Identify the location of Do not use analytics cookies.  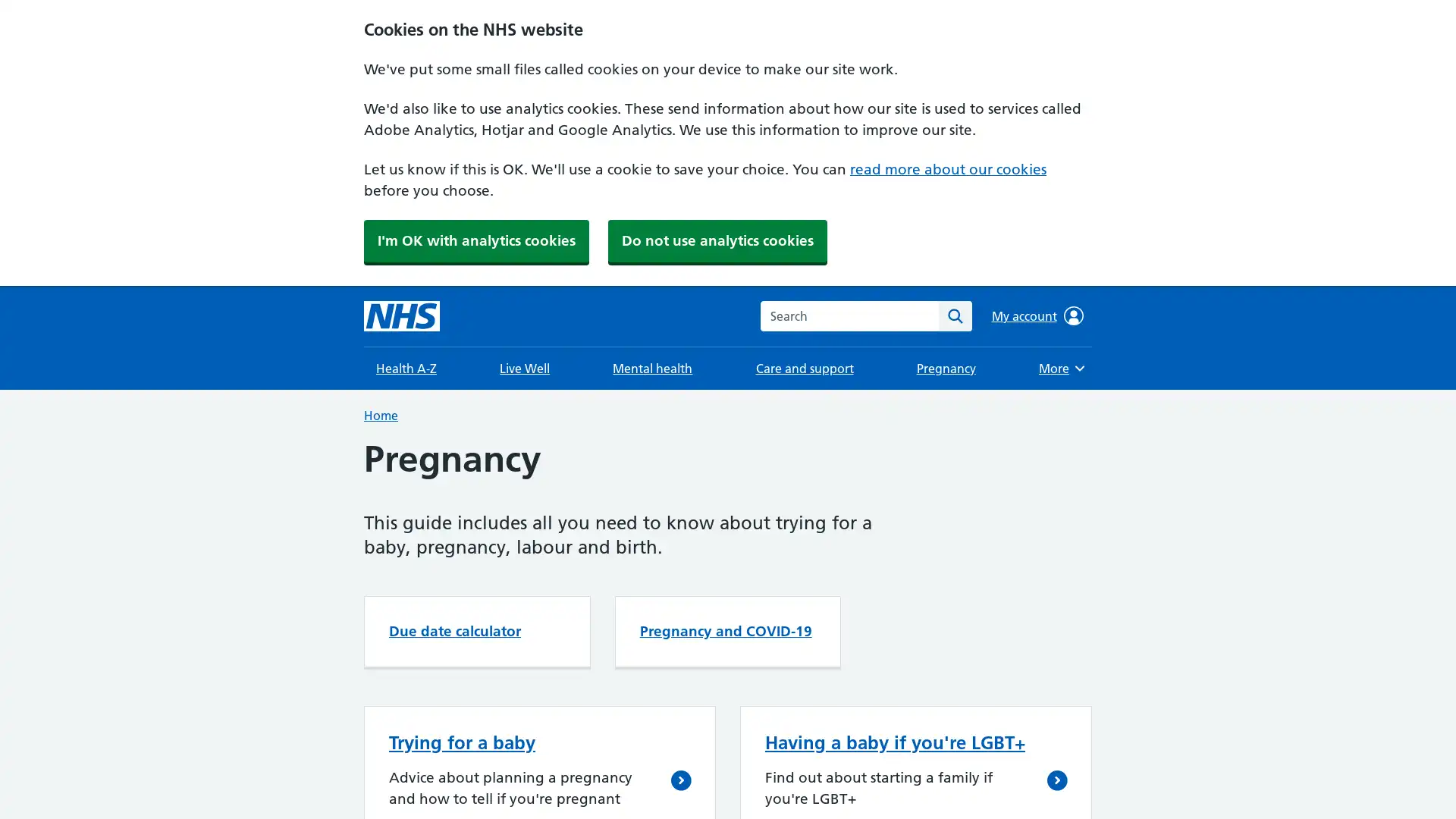
(717, 240).